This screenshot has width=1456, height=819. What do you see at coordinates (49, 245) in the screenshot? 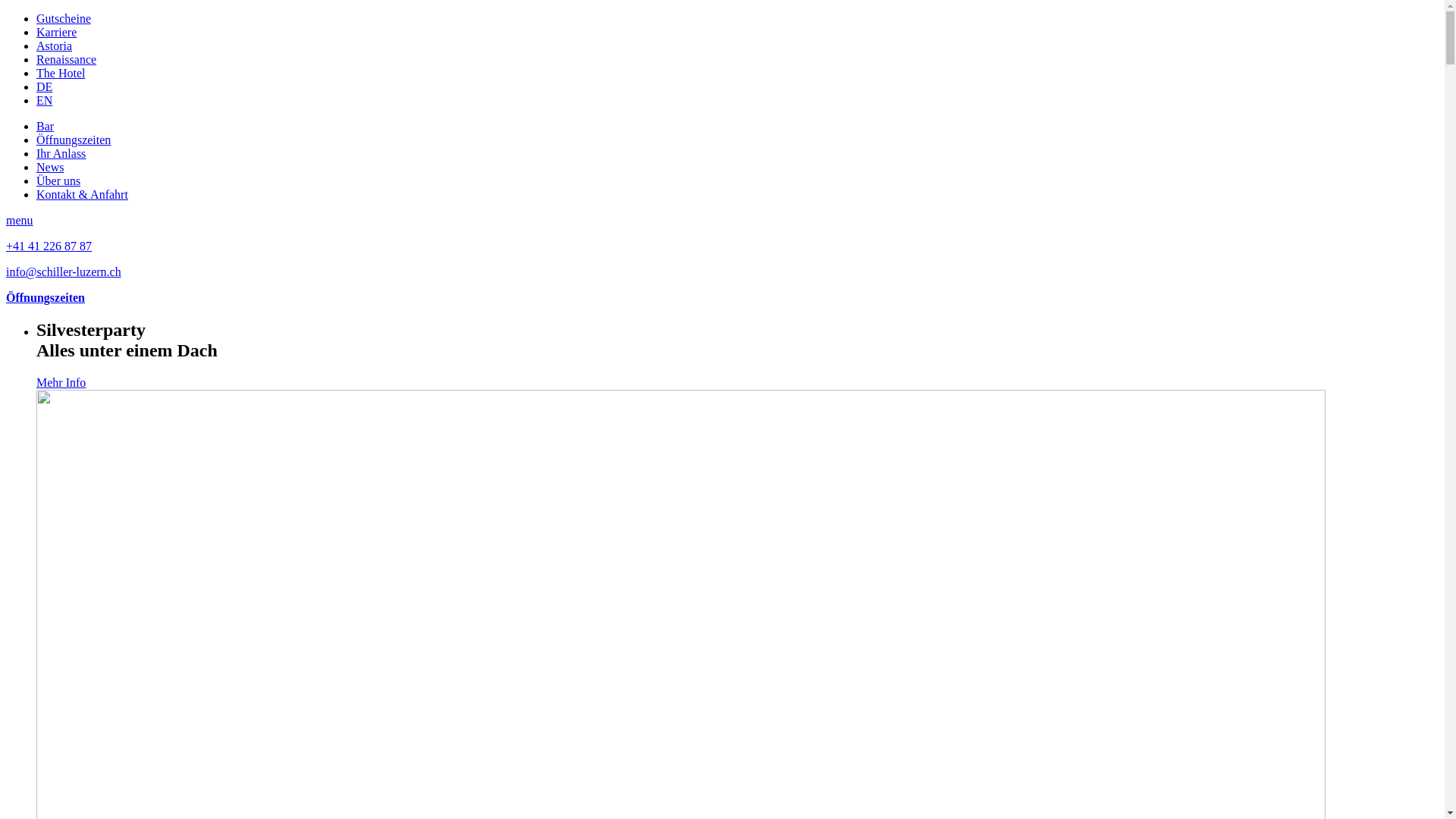
I see `'+41 41 226 87 87'` at bounding box center [49, 245].